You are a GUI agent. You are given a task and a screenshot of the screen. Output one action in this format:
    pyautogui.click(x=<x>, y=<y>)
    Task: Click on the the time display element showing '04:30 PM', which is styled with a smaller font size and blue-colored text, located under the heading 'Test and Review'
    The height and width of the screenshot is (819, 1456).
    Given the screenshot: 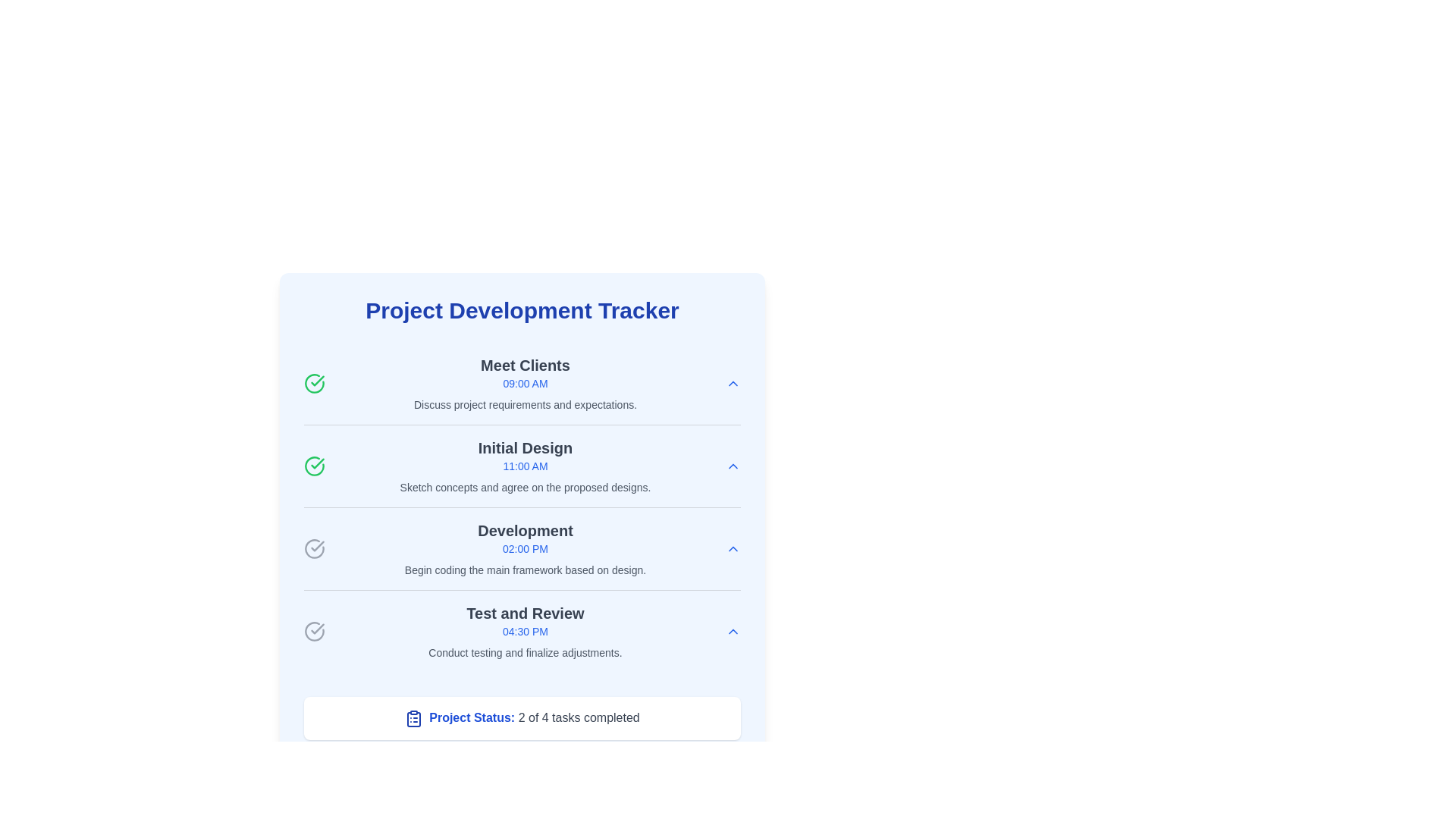 What is the action you would take?
    pyautogui.click(x=525, y=632)
    